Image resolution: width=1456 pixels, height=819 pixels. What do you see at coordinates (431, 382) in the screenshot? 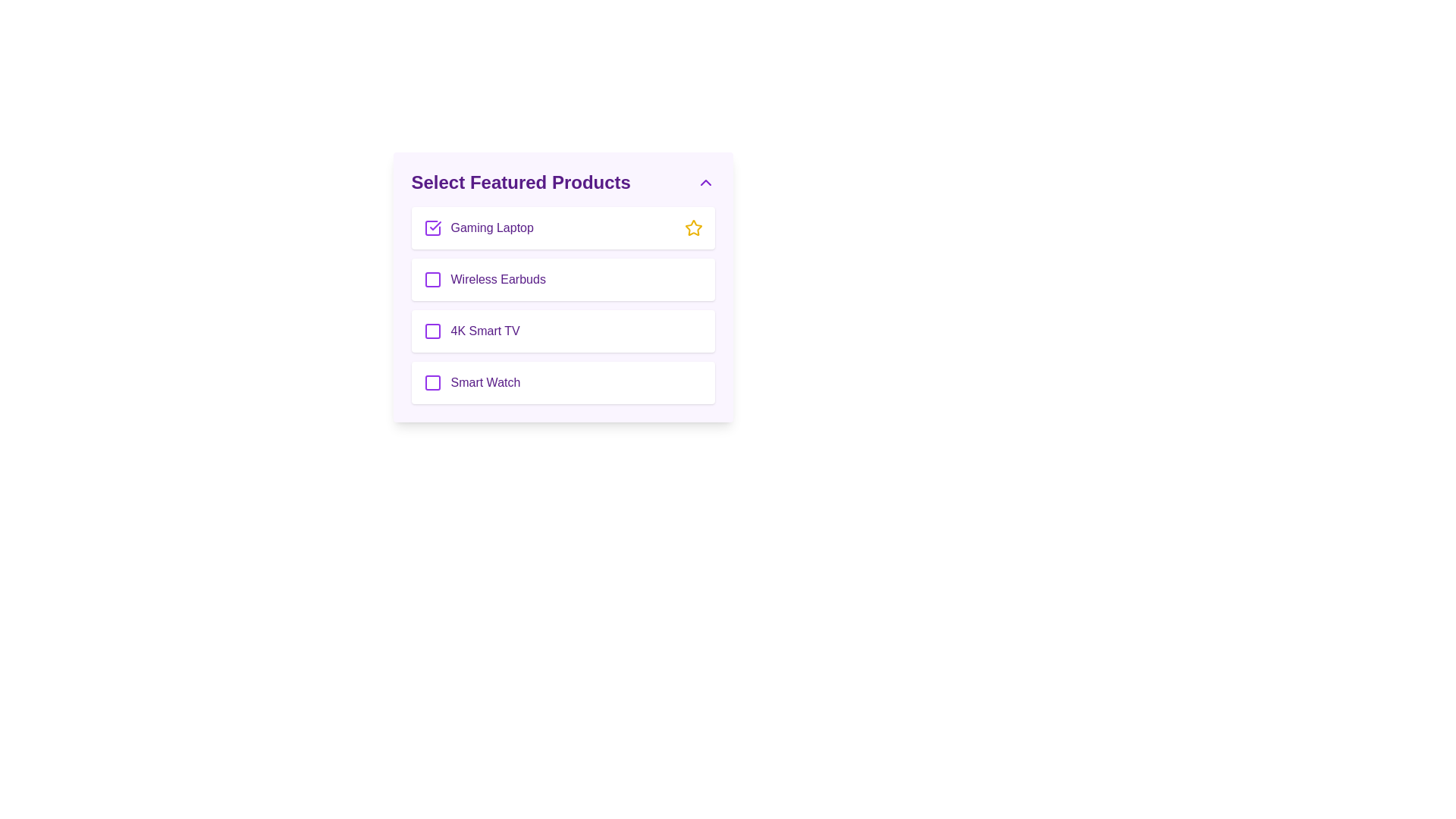
I see `the Checkbox indicator for the 'Smart Watch' option, which is the fourth item under the 'Select Featured Products' heading` at bounding box center [431, 382].